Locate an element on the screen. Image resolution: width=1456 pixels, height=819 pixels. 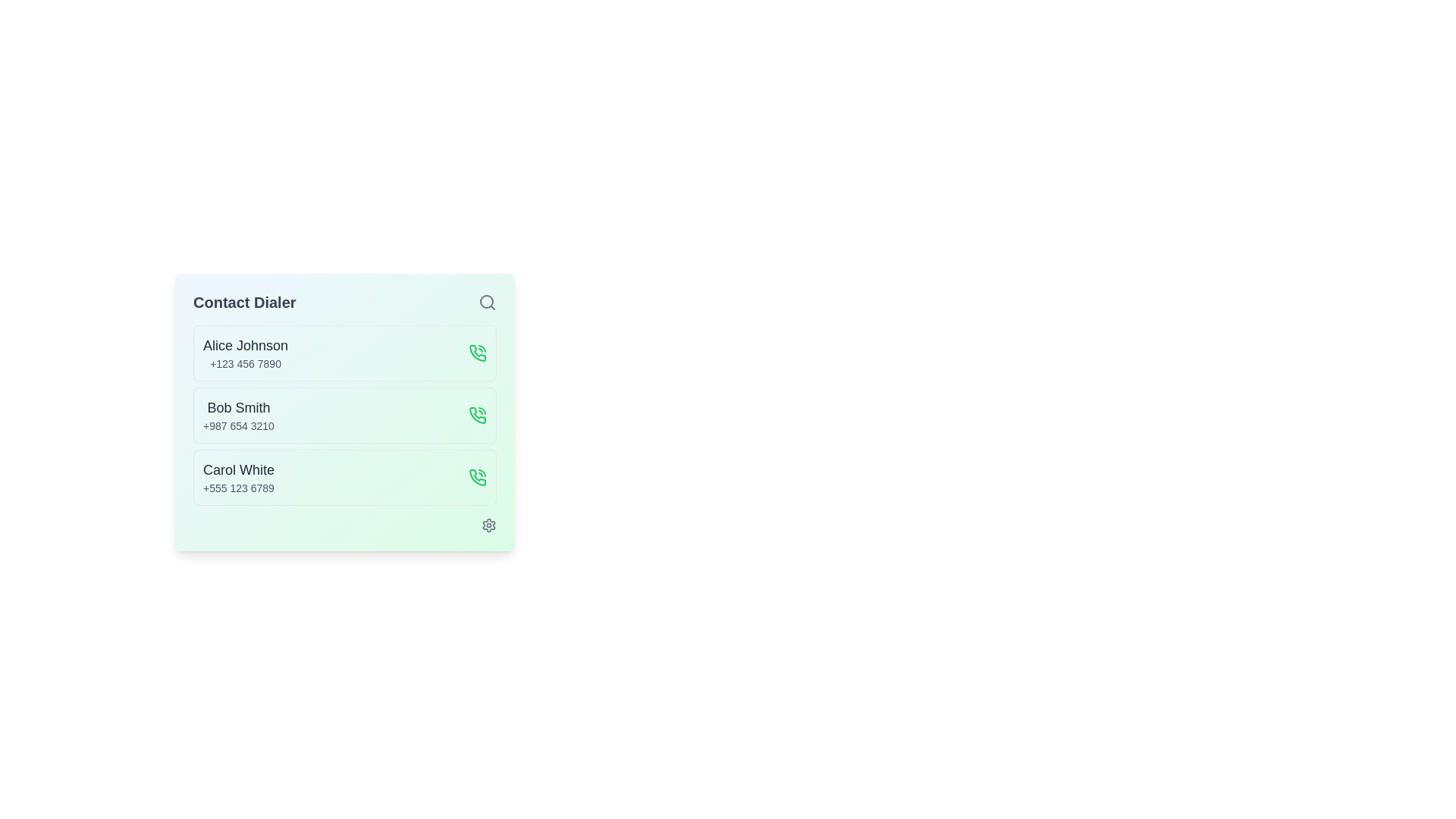
the contact entry displaying the name 'Bob Smith' and phone number '+987 654 3210' in the 'Contact Dialer' interface is located at coordinates (237, 415).